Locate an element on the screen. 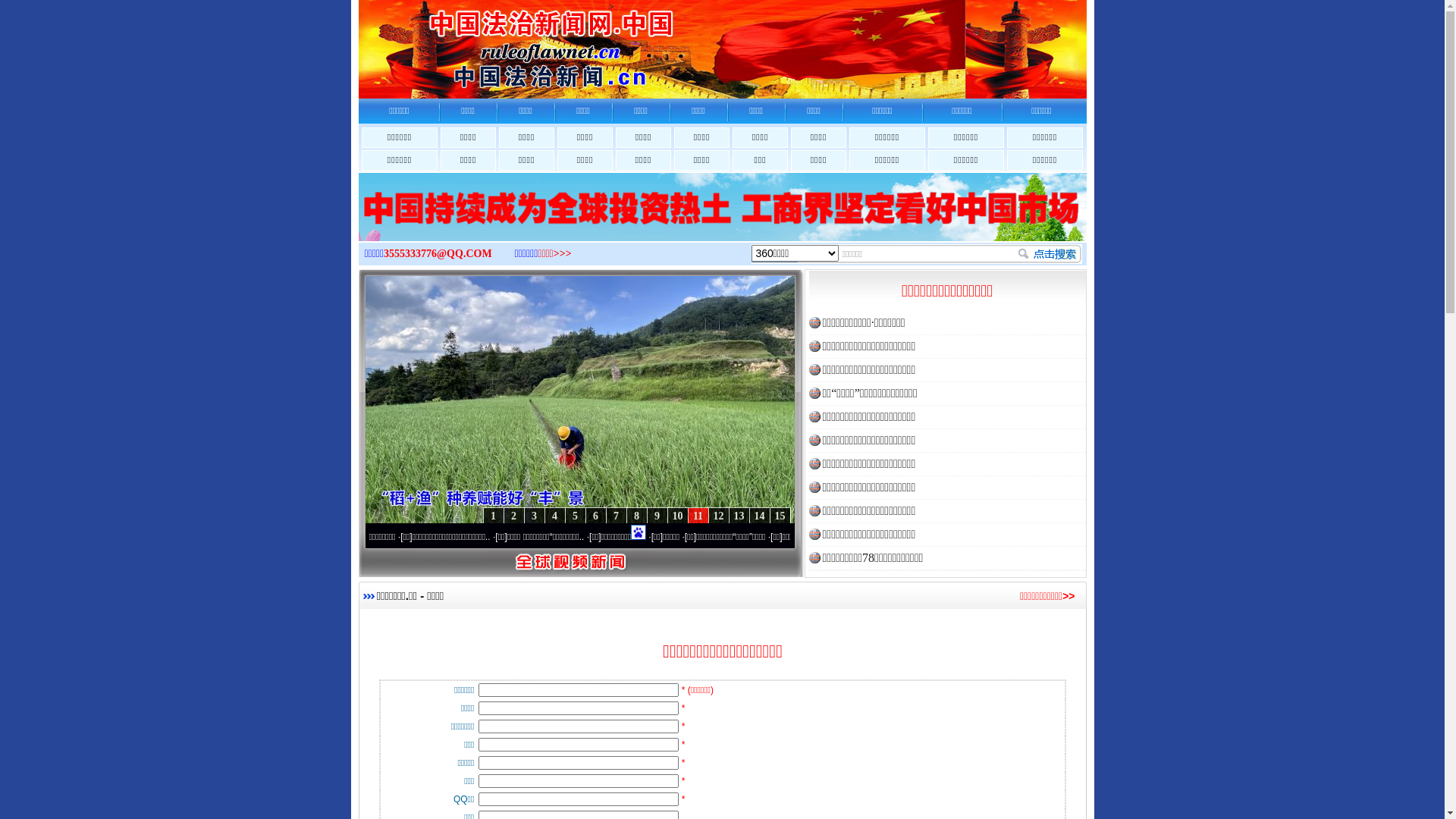 Image resolution: width=1456 pixels, height=819 pixels. '3555333776@QQ.COM' is located at coordinates (437, 253).